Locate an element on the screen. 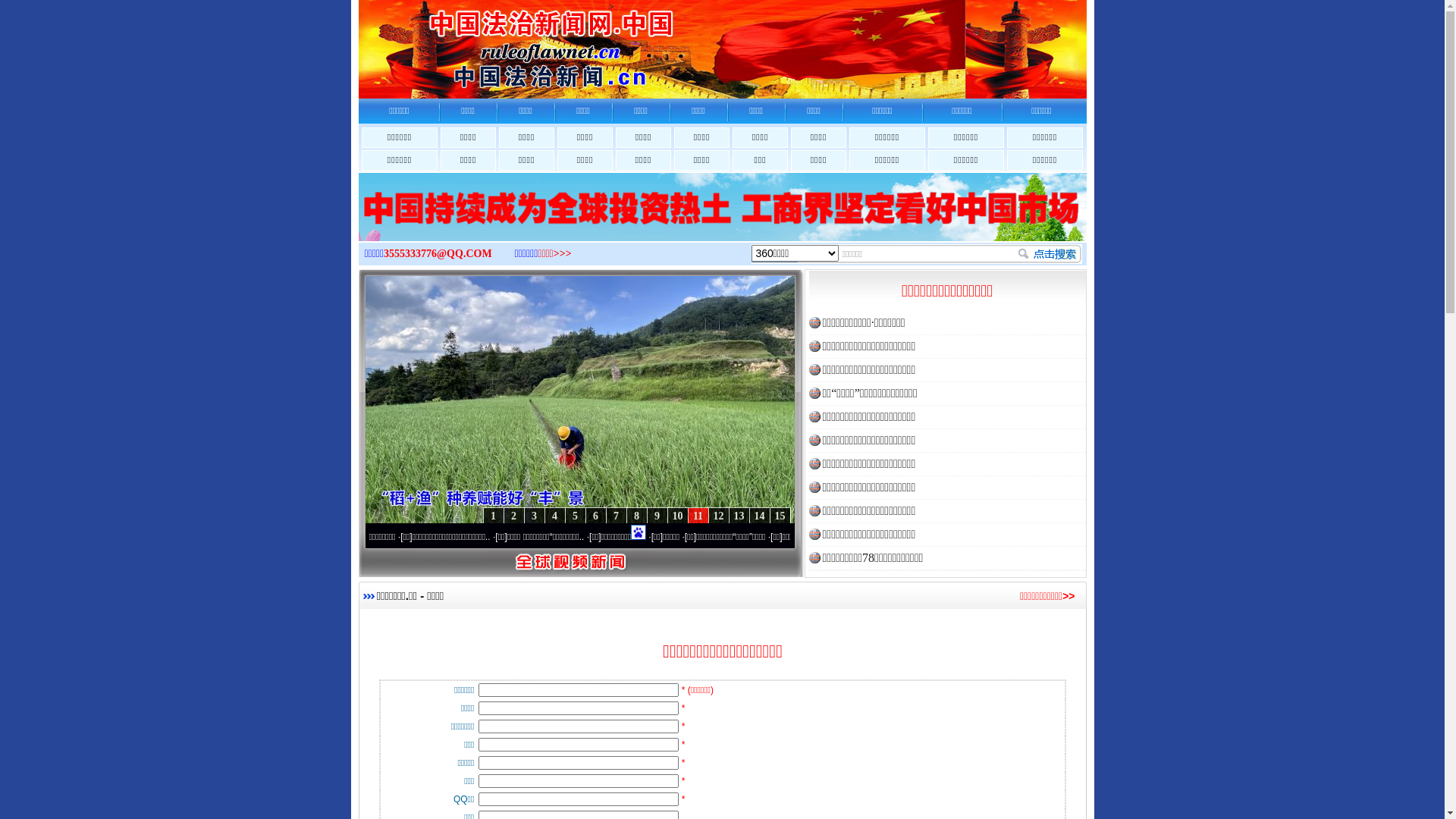 Image resolution: width=1456 pixels, height=819 pixels. '3555333776@QQ.COM' is located at coordinates (437, 253).